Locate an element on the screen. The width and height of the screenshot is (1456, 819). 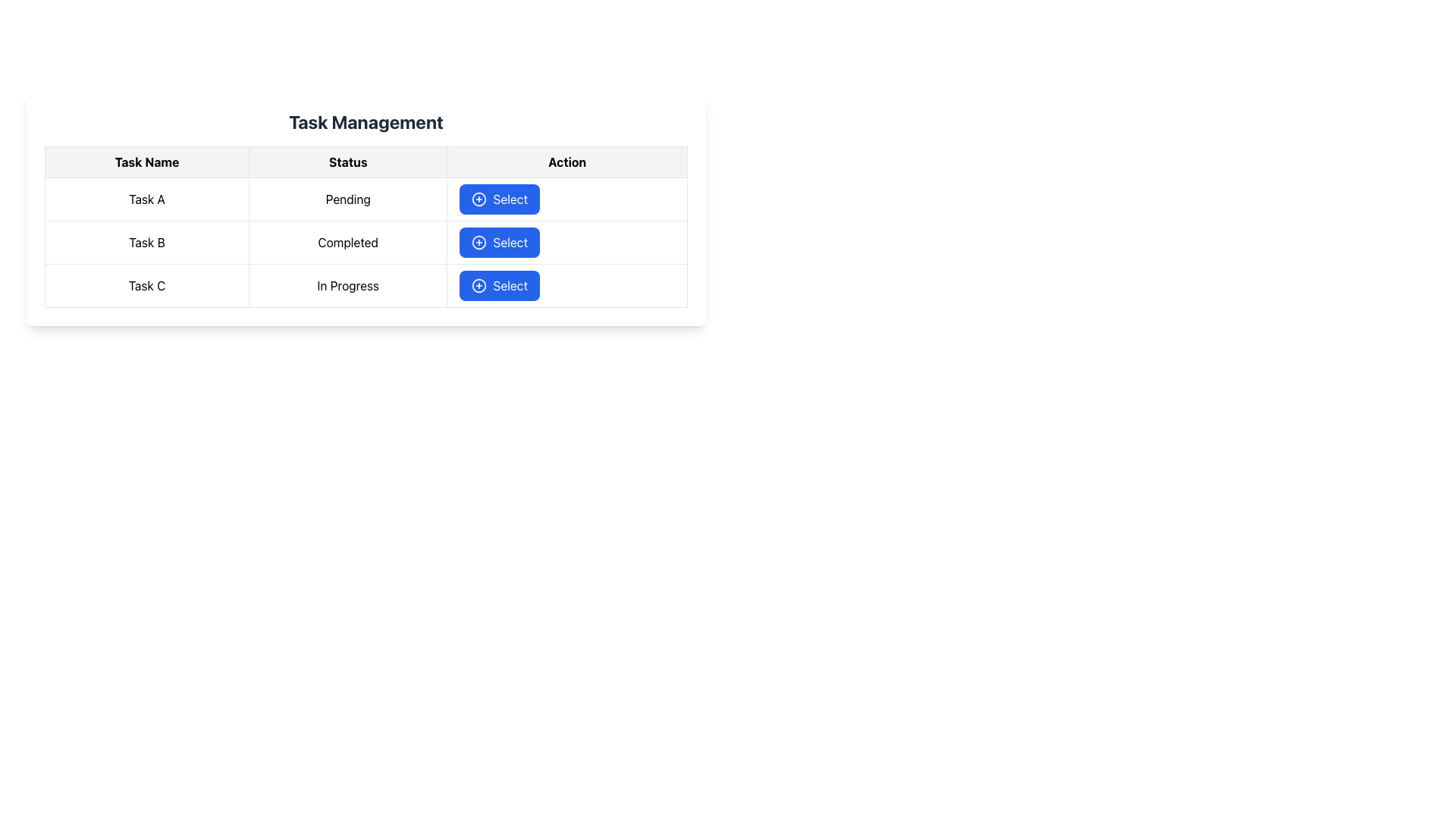
the third blue 'Select' button with rounded corners in the 'Action' column of the 'Task Management' table is located at coordinates (510, 286).